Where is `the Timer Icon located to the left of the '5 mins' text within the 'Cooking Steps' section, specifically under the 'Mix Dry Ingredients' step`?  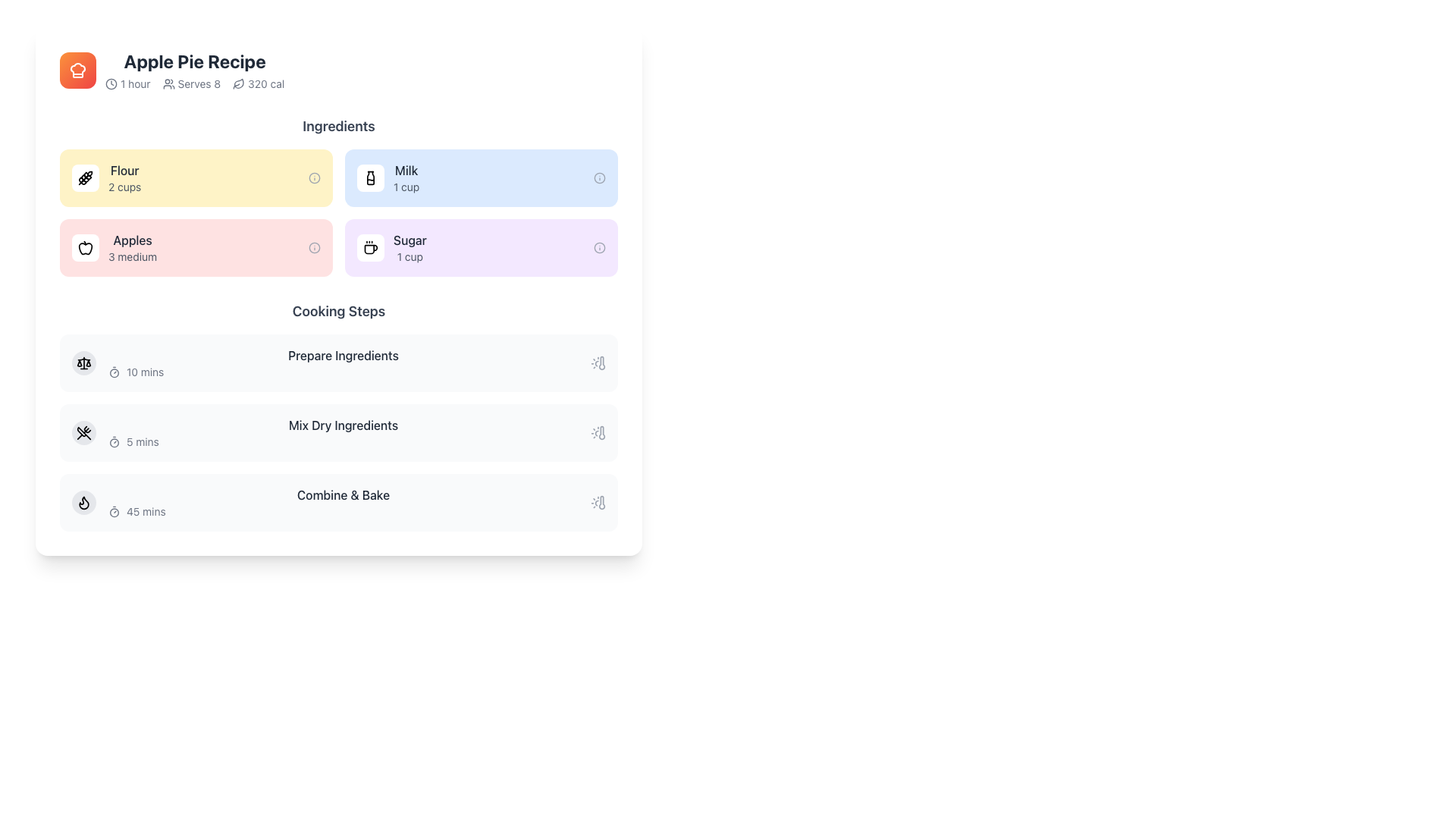 the Timer Icon located to the left of the '5 mins' text within the 'Cooking Steps' section, specifically under the 'Mix Dry Ingredients' step is located at coordinates (113, 441).